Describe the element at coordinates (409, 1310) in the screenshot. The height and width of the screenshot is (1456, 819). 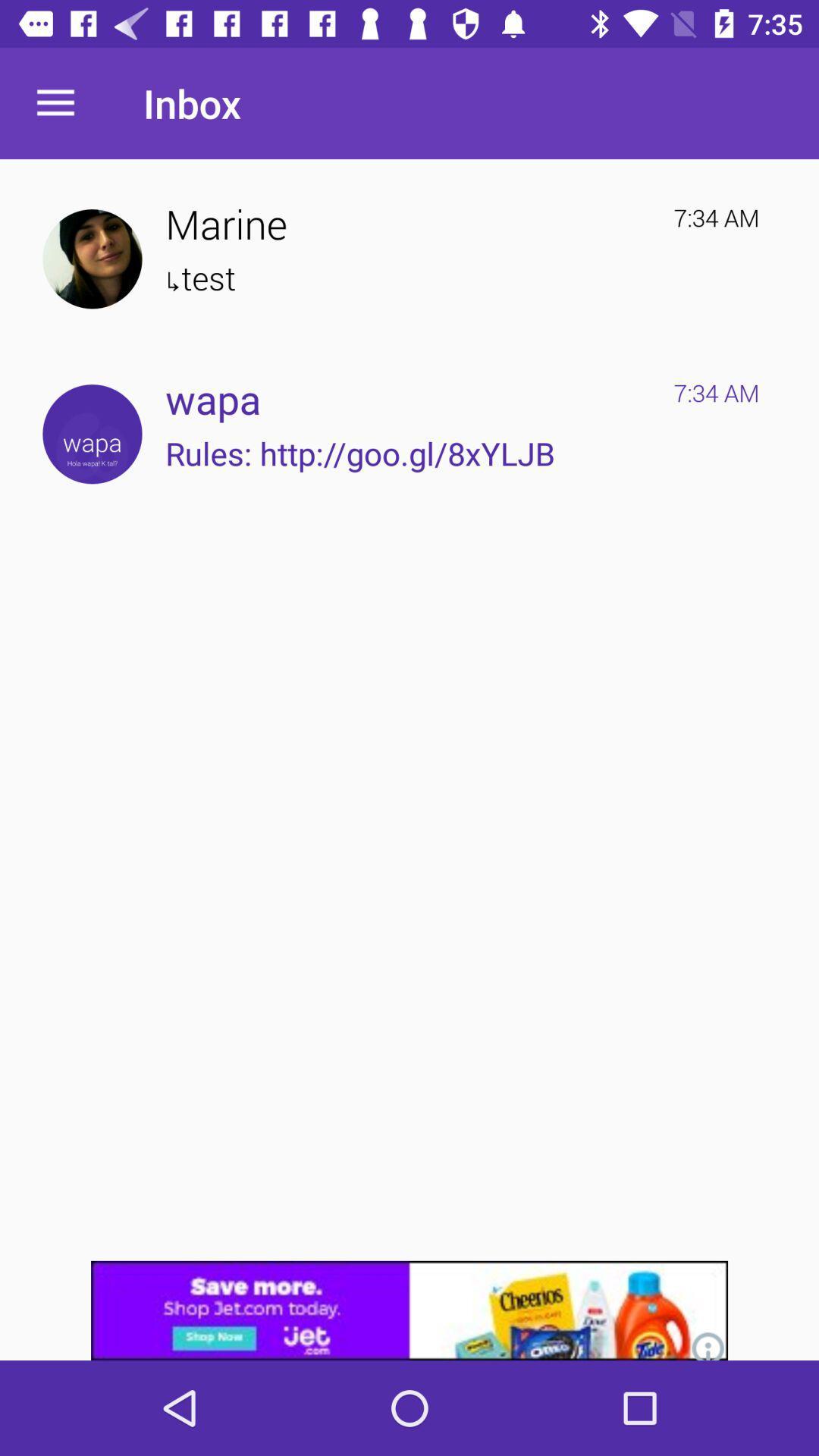
I see `click discriiption` at that location.